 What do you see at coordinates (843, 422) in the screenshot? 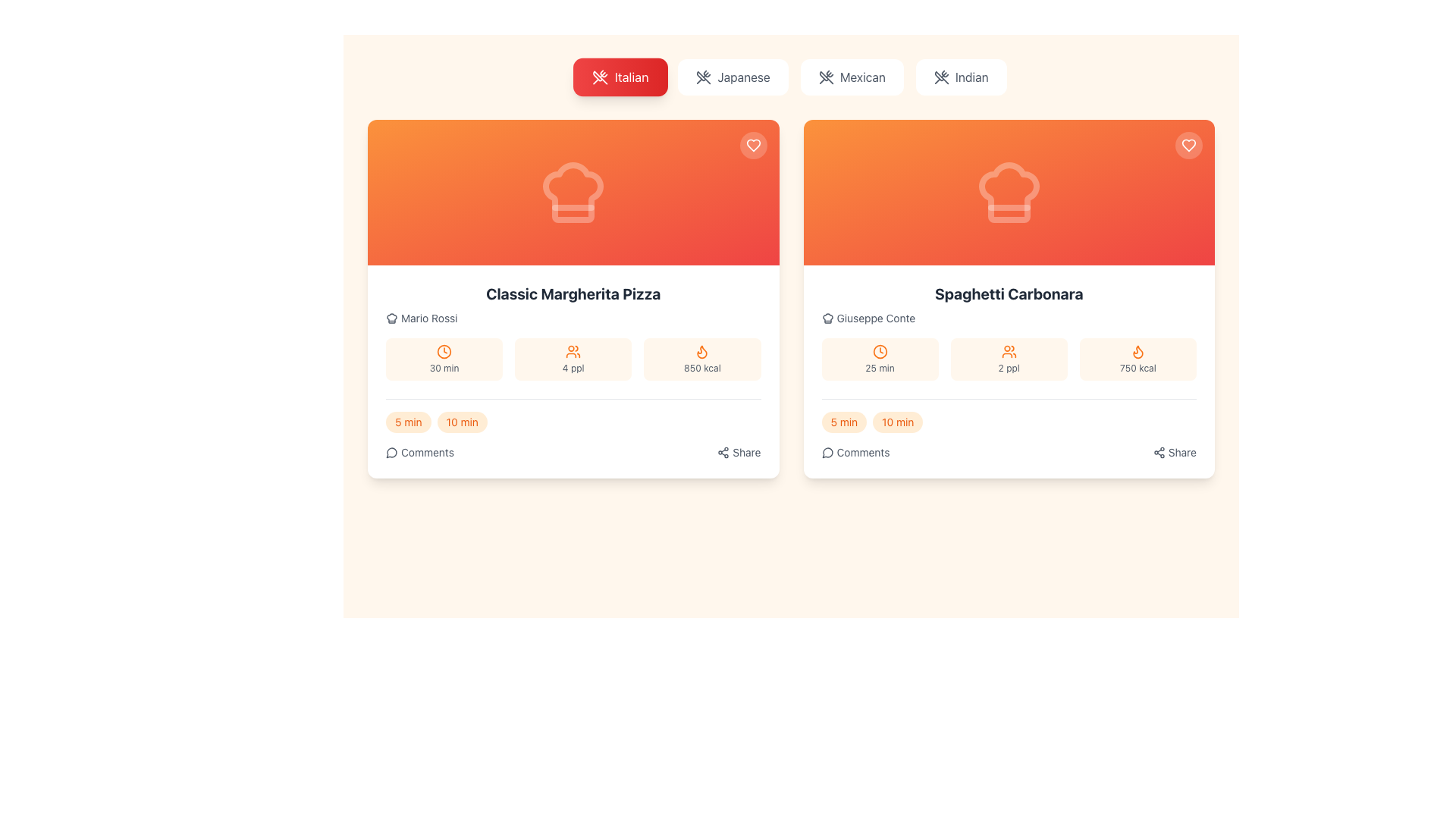
I see `the button that indicates preparation or cooking time for the 'Spaghetti Carbonara' recipe` at bounding box center [843, 422].